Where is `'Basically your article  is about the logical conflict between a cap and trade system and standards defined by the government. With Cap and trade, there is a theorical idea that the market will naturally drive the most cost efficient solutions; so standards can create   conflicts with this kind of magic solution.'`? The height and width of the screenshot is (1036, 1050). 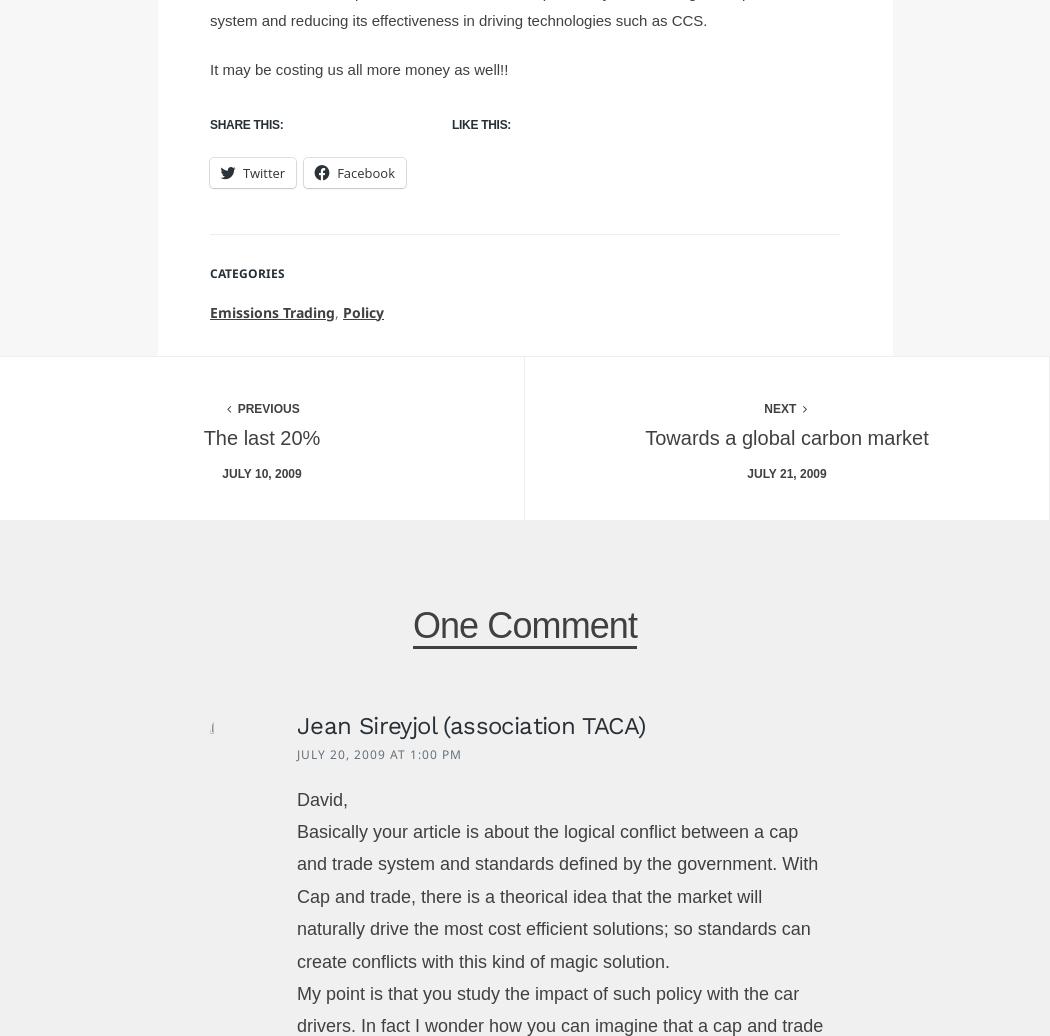
'Basically your article  is about the logical conflict between a cap and trade system and standards defined by the government. With Cap and trade, there is a theorical idea that the market will naturally drive the most cost efficient solutions; so standards can create   conflicts with this kind of magic solution.' is located at coordinates (557, 896).